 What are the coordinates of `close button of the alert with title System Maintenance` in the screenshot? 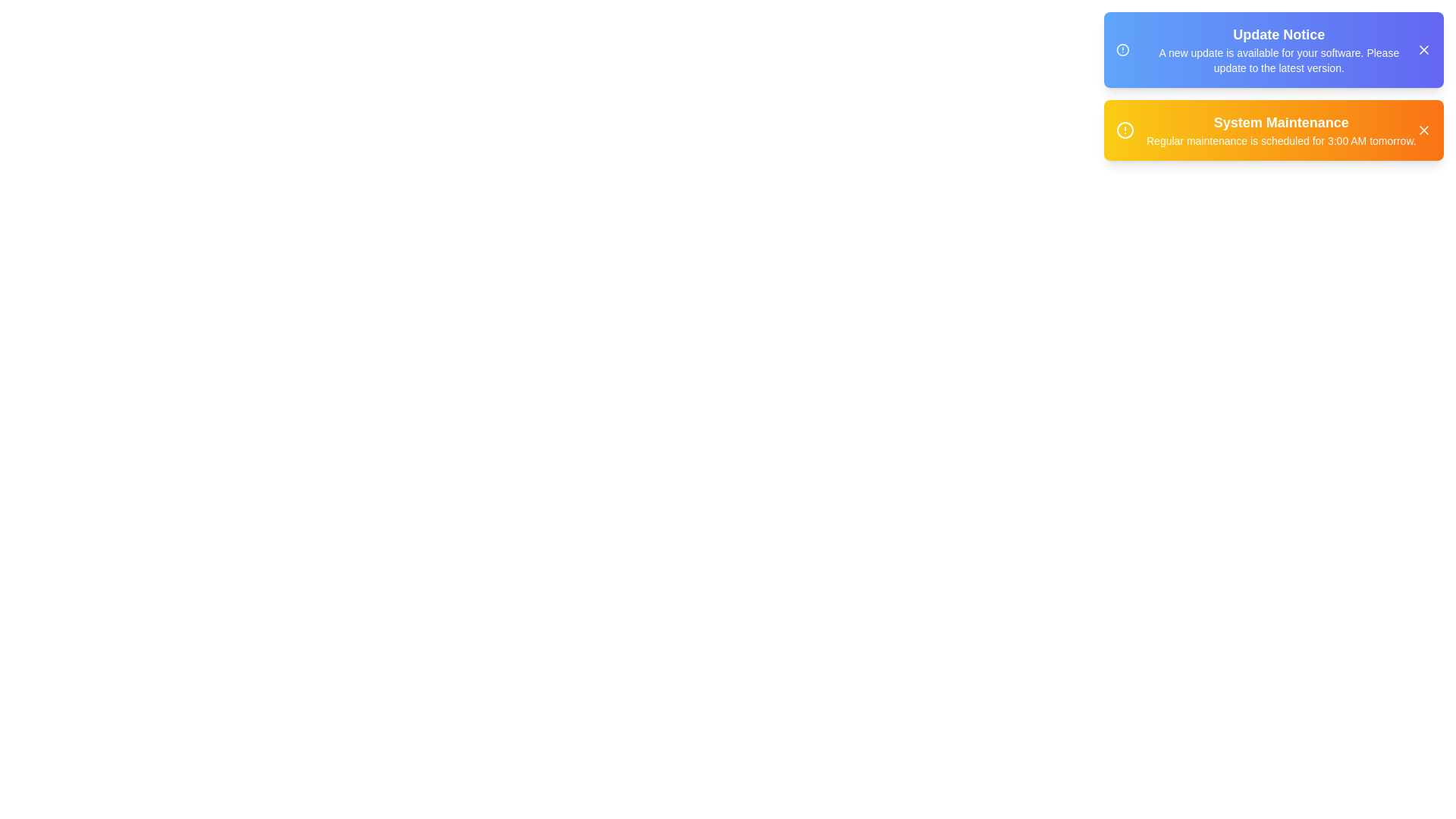 It's located at (1423, 130).